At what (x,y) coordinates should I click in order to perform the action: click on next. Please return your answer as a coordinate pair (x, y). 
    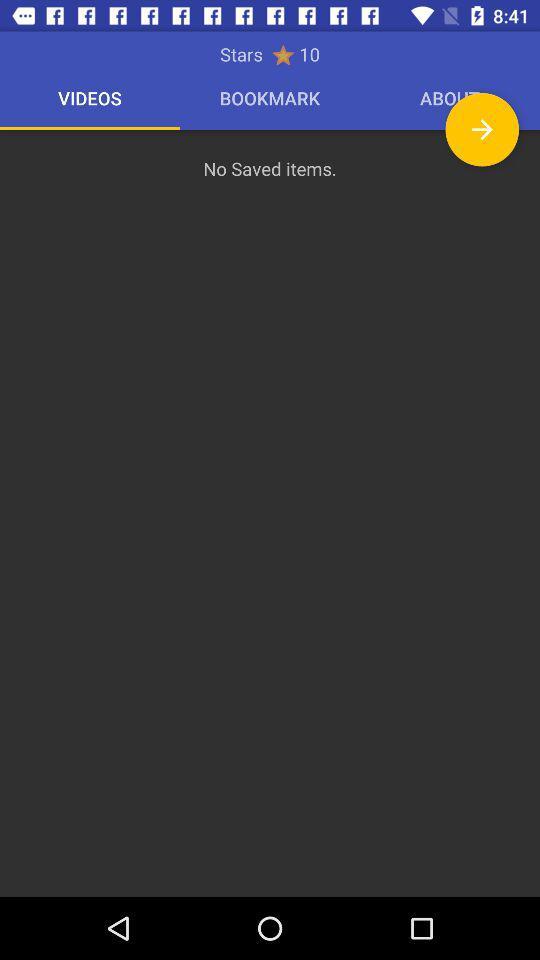
    Looking at the image, I should click on (481, 128).